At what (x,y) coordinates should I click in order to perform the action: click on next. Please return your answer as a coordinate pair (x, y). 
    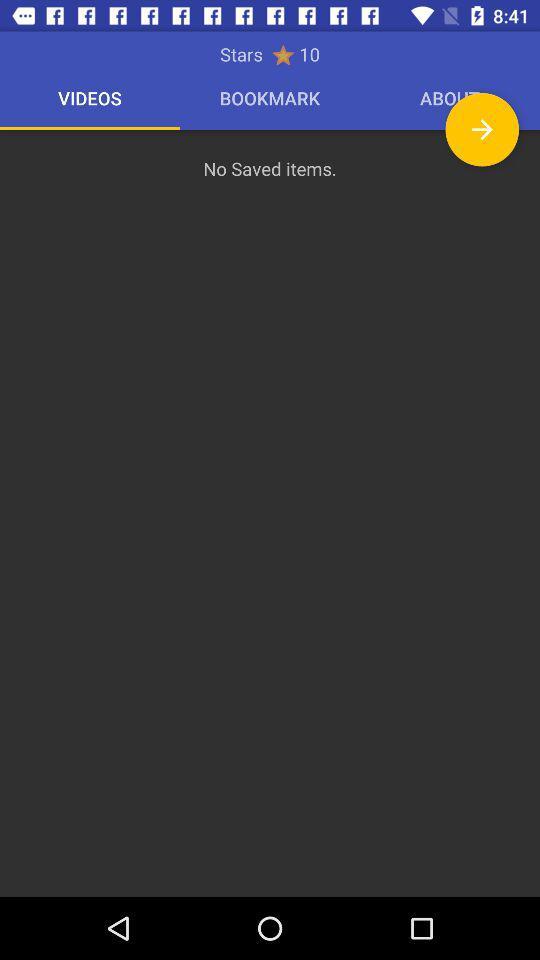
    Looking at the image, I should click on (481, 128).